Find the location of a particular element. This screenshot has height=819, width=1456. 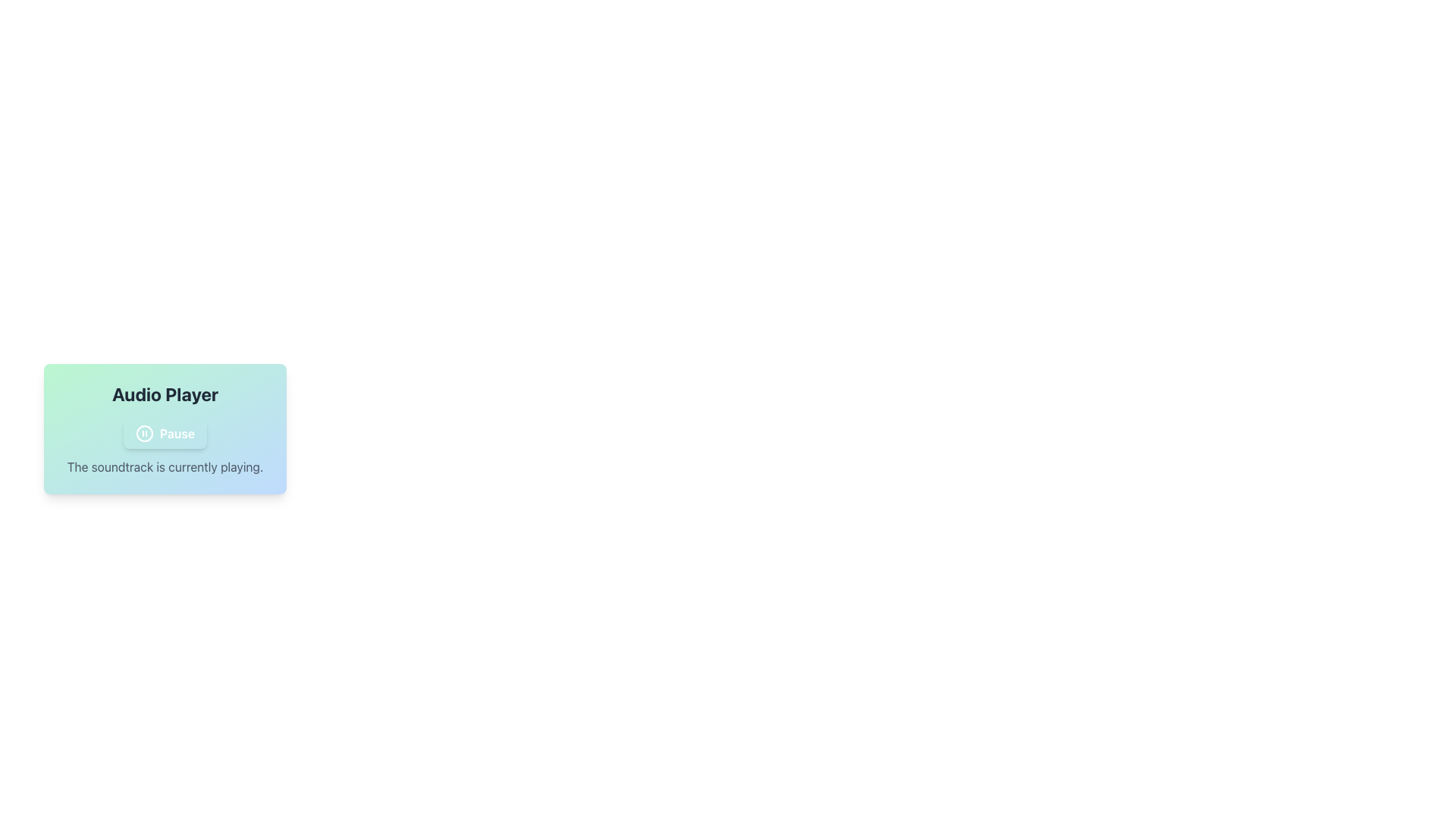

the text label that serves as the main heading for the audio player interface, located at the top-center of the gradient background card is located at coordinates (165, 394).